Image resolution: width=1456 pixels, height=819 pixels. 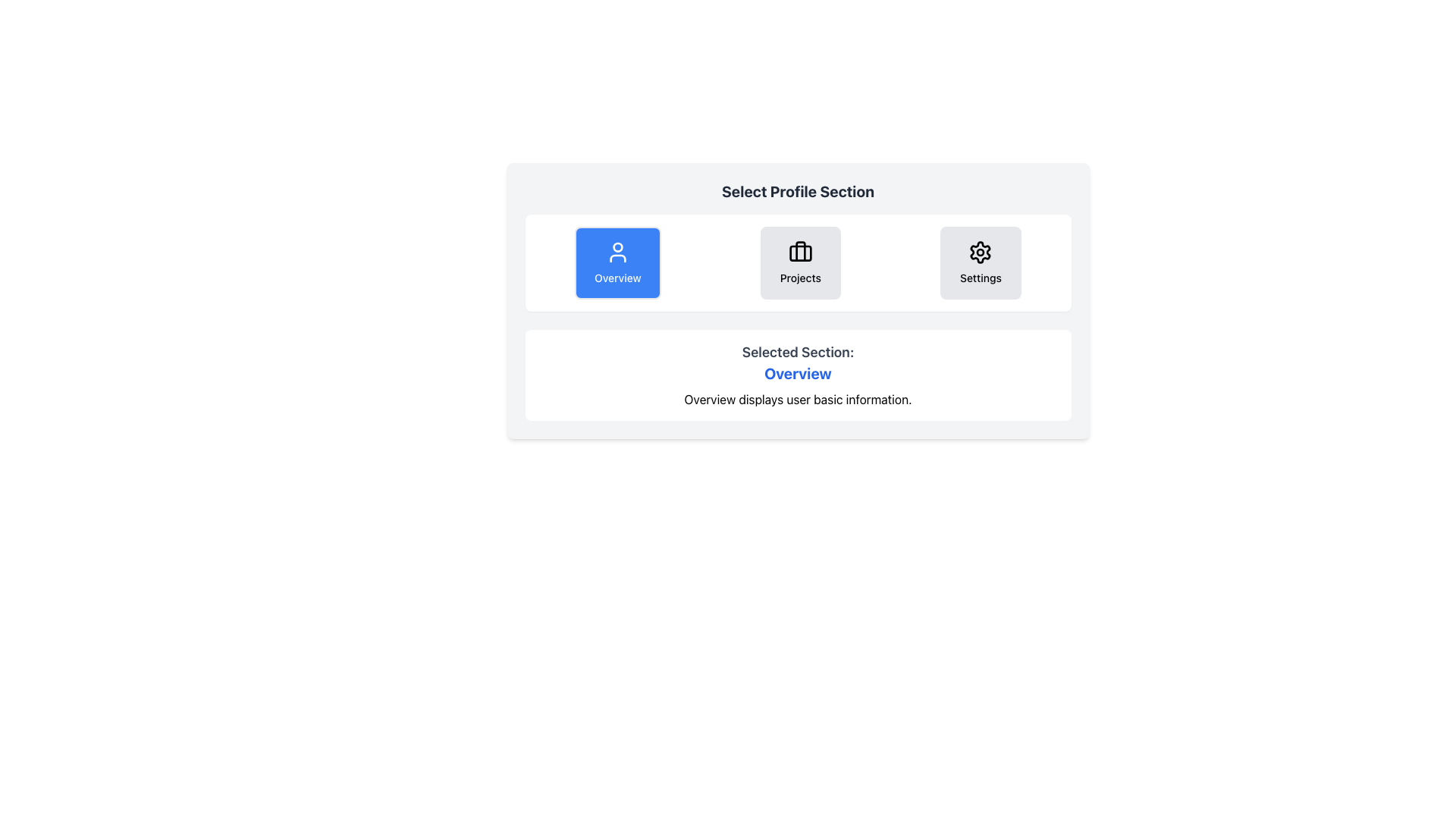 I want to click on the first button in the horizontally aligned group, so click(x=617, y=262).